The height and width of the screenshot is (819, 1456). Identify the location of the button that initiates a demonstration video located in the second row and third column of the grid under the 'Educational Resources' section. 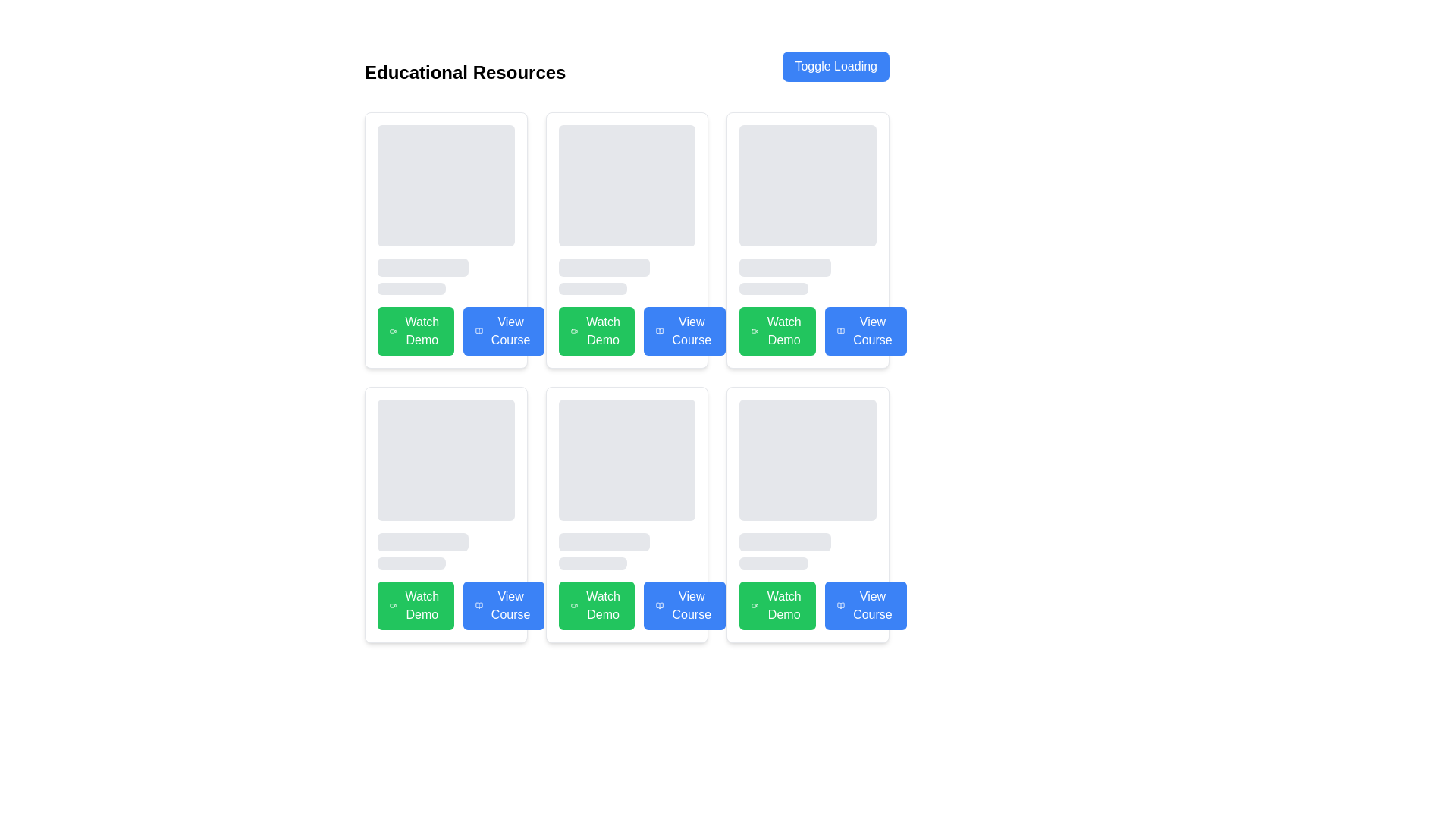
(777, 330).